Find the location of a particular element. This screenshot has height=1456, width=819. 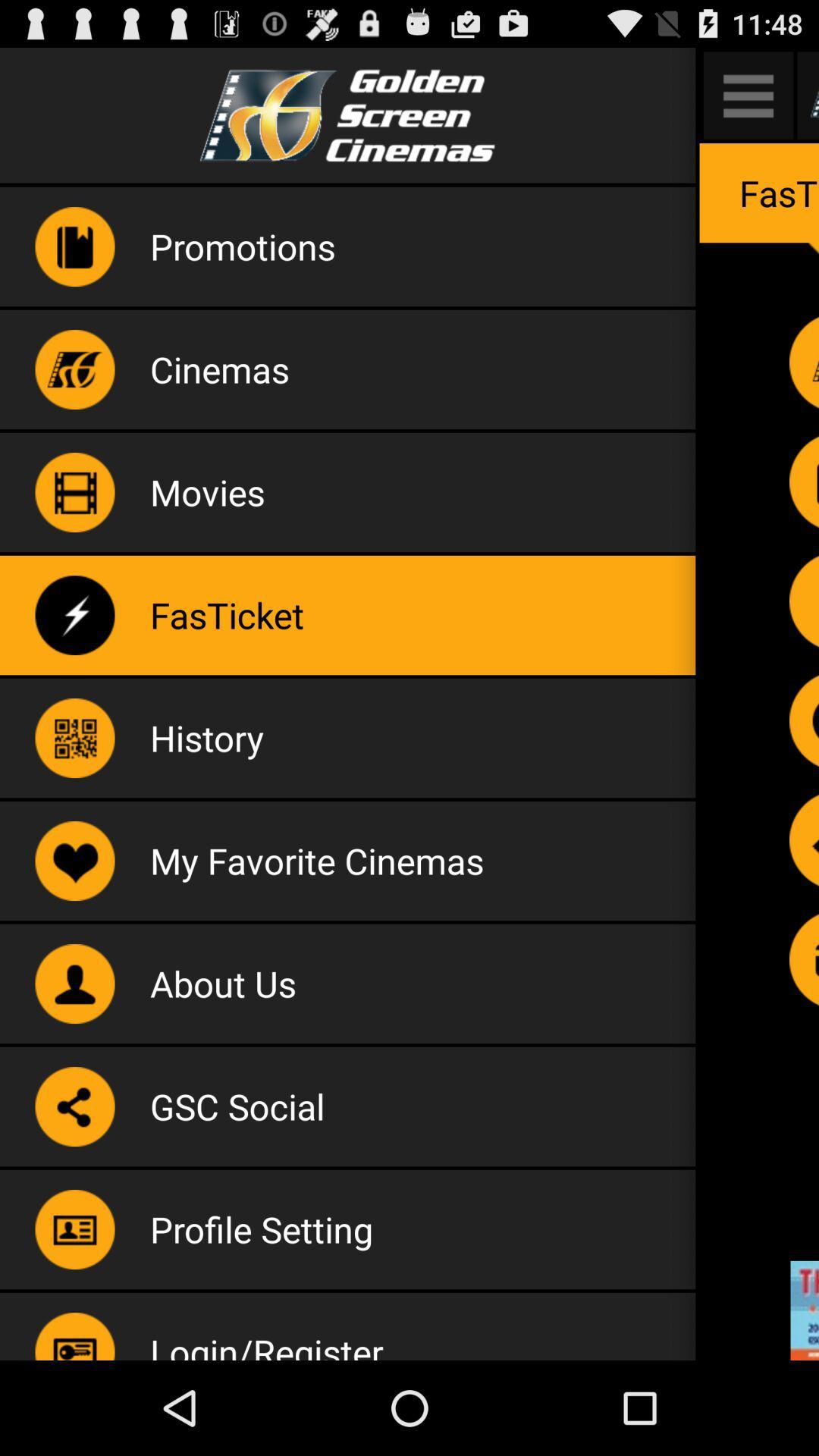

choose option is located at coordinates (803, 720).